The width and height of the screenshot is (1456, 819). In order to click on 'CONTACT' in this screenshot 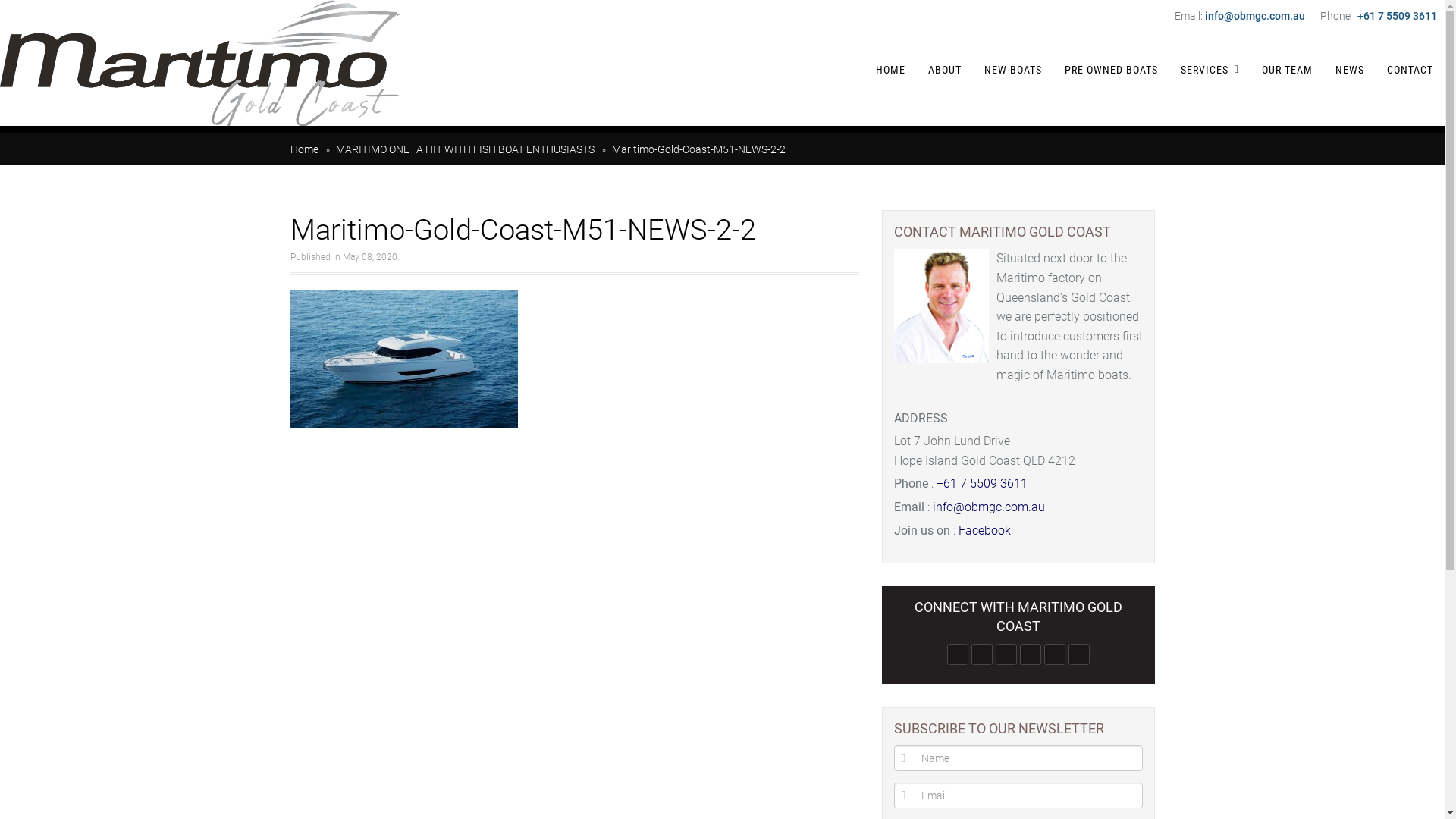, I will do `click(1409, 70)`.